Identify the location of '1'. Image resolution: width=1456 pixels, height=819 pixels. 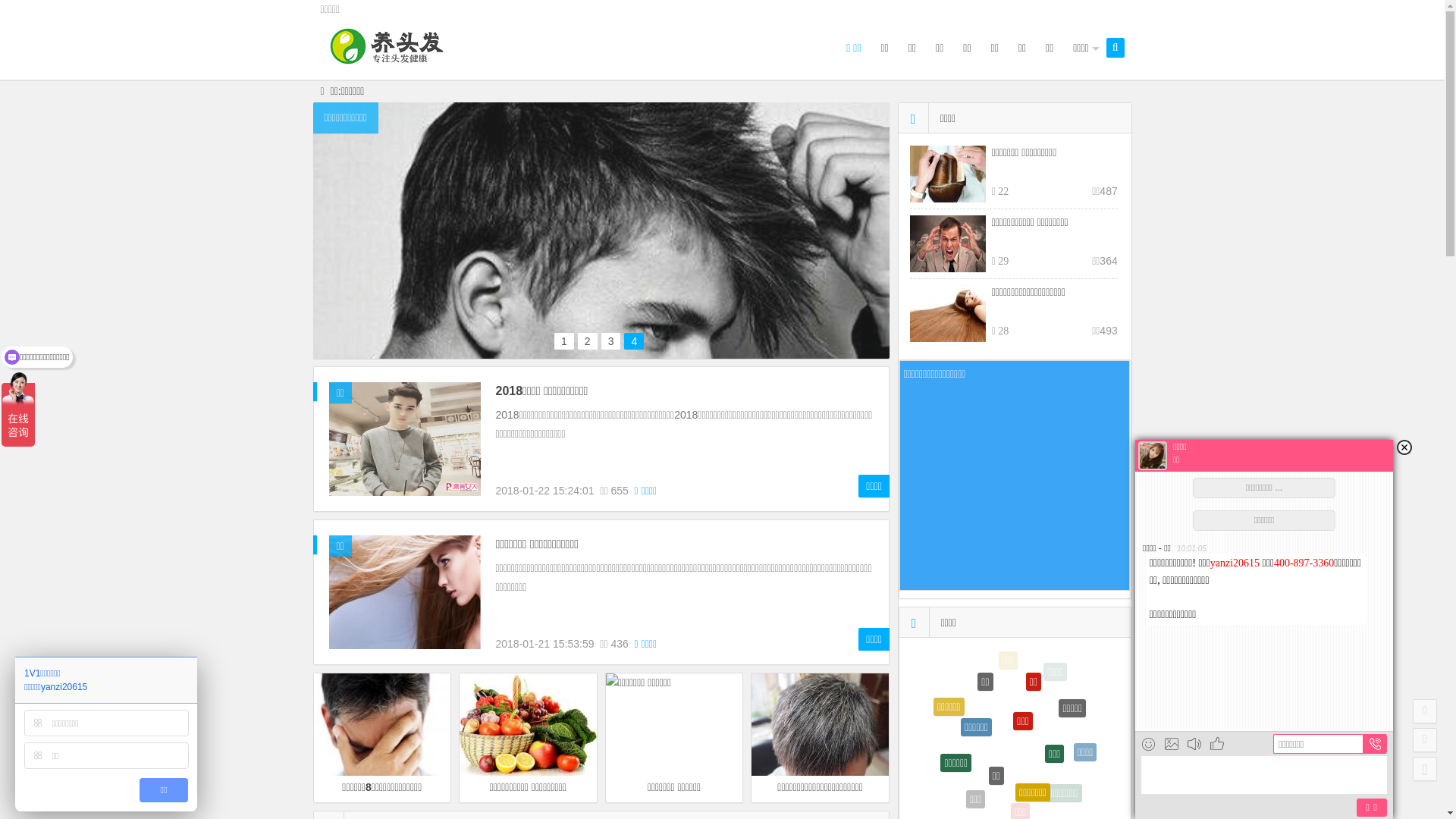
(563, 339).